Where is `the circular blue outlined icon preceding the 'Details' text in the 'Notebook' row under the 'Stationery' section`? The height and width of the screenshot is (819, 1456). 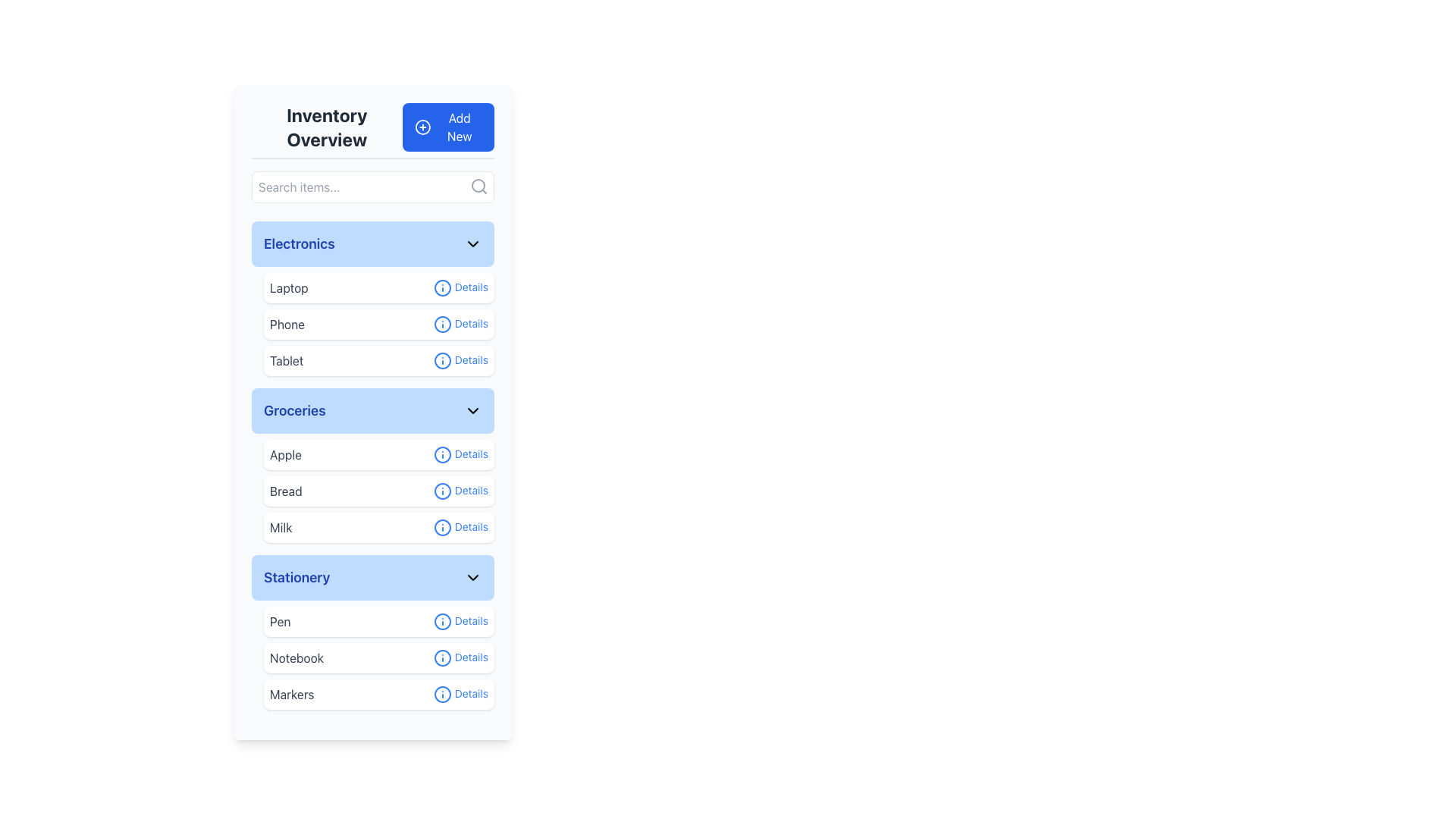 the circular blue outlined icon preceding the 'Details' text in the 'Notebook' row under the 'Stationery' section is located at coordinates (441, 657).